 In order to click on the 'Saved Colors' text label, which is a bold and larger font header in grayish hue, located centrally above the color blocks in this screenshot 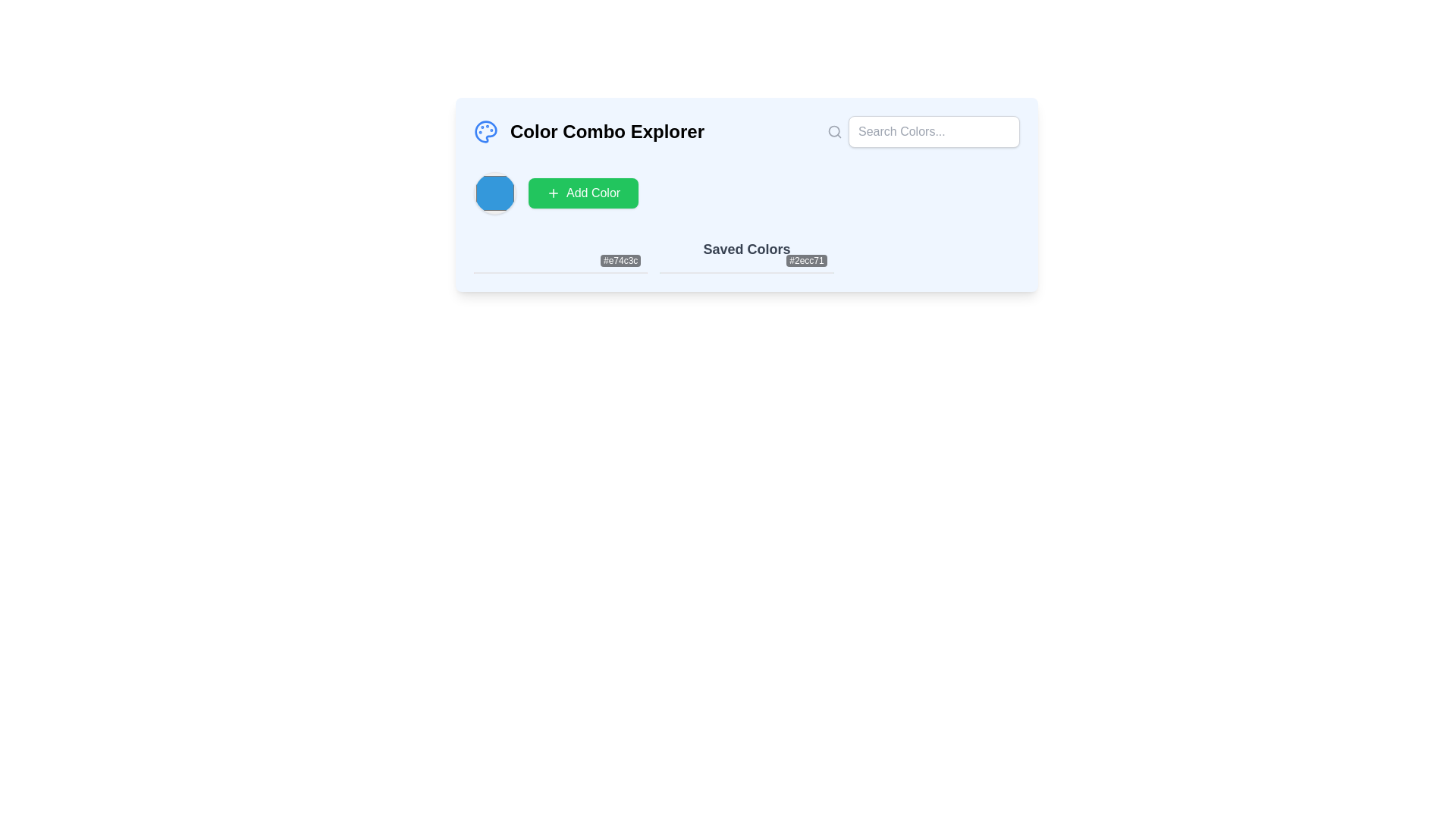, I will do `click(746, 256)`.